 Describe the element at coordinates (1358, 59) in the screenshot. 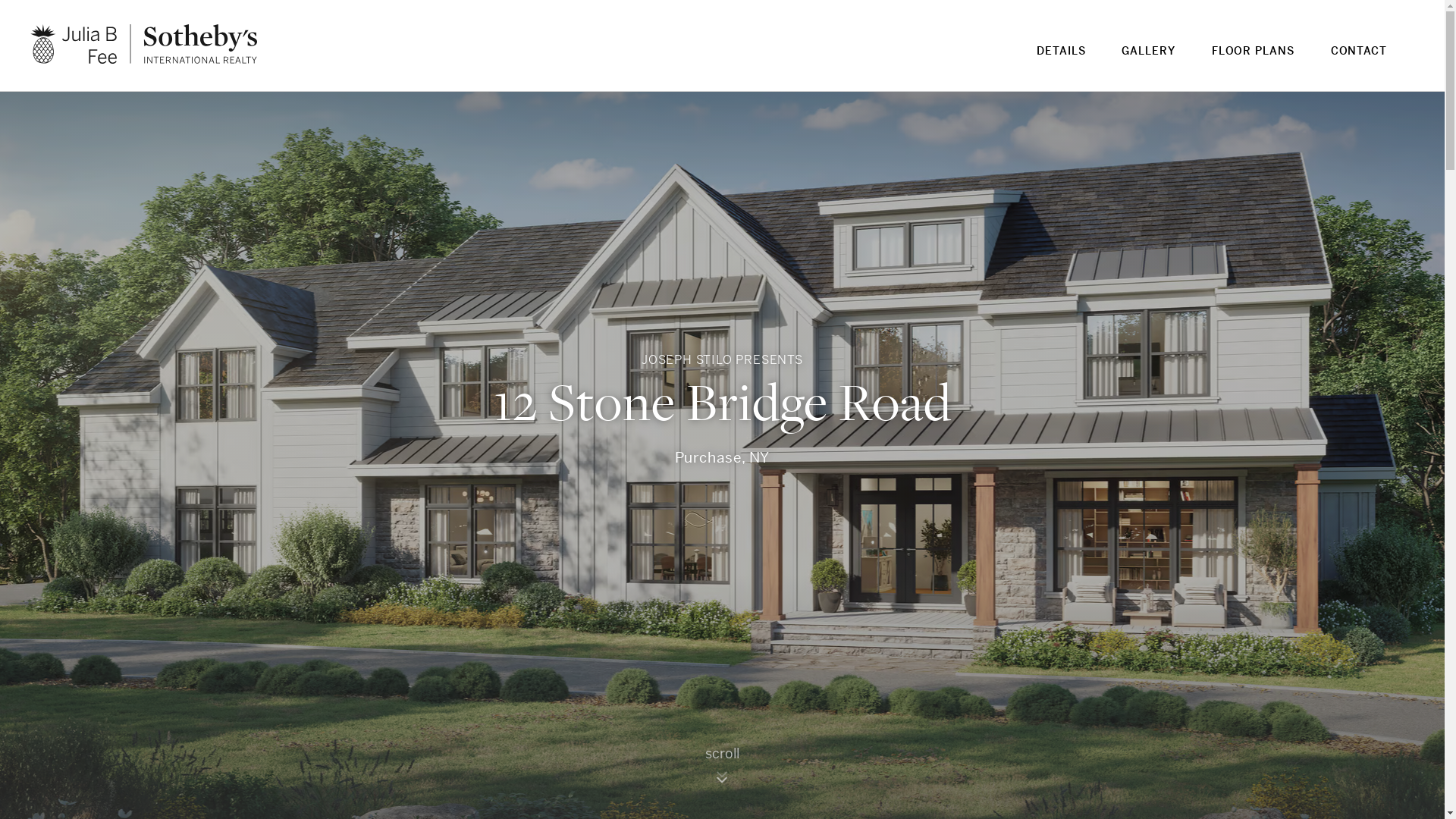

I see `'CONTACT'` at that location.